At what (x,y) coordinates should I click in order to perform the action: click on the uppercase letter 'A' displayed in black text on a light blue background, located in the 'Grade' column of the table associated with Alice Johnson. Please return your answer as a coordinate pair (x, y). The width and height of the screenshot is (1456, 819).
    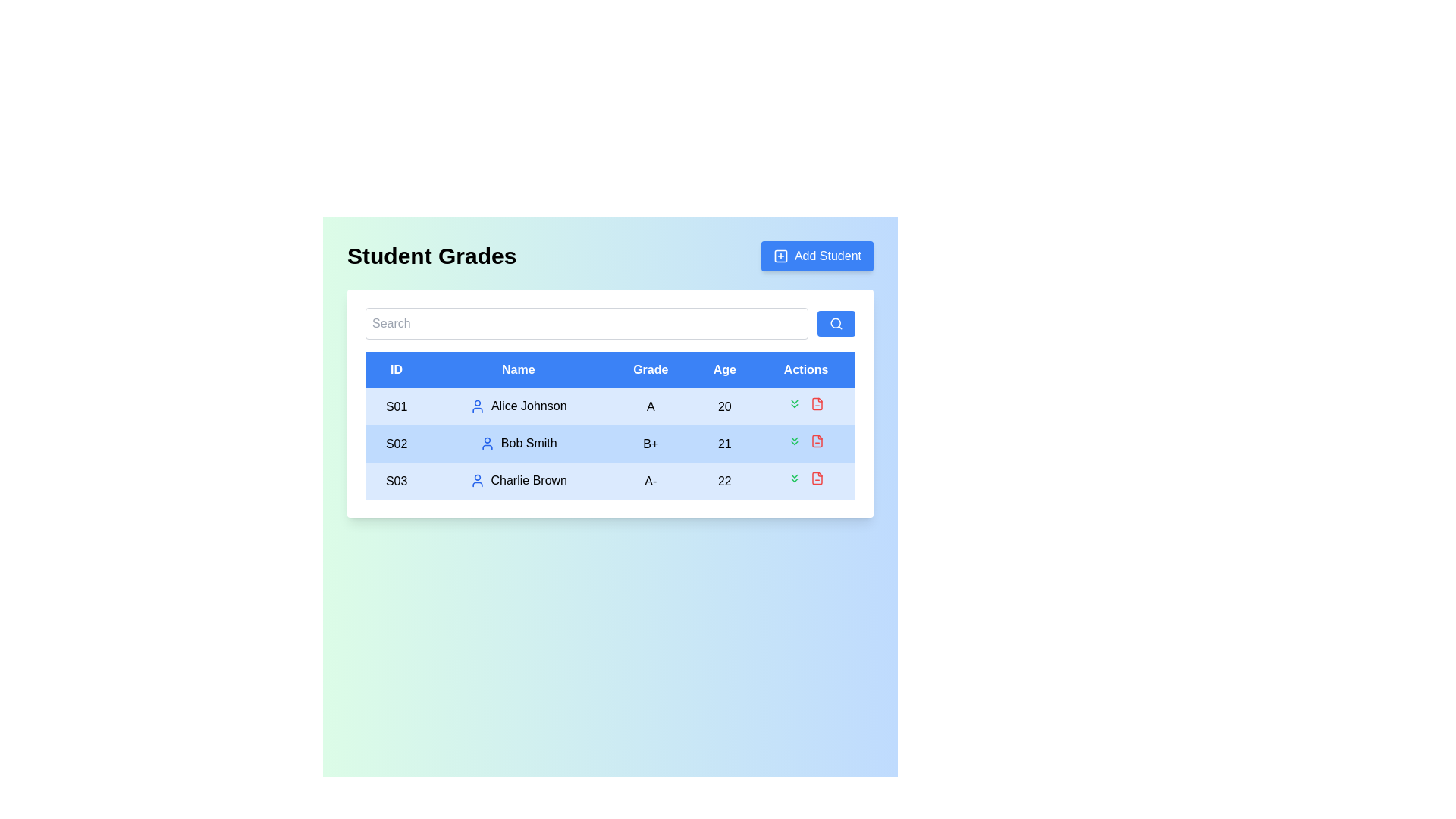
    Looking at the image, I should click on (651, 406).